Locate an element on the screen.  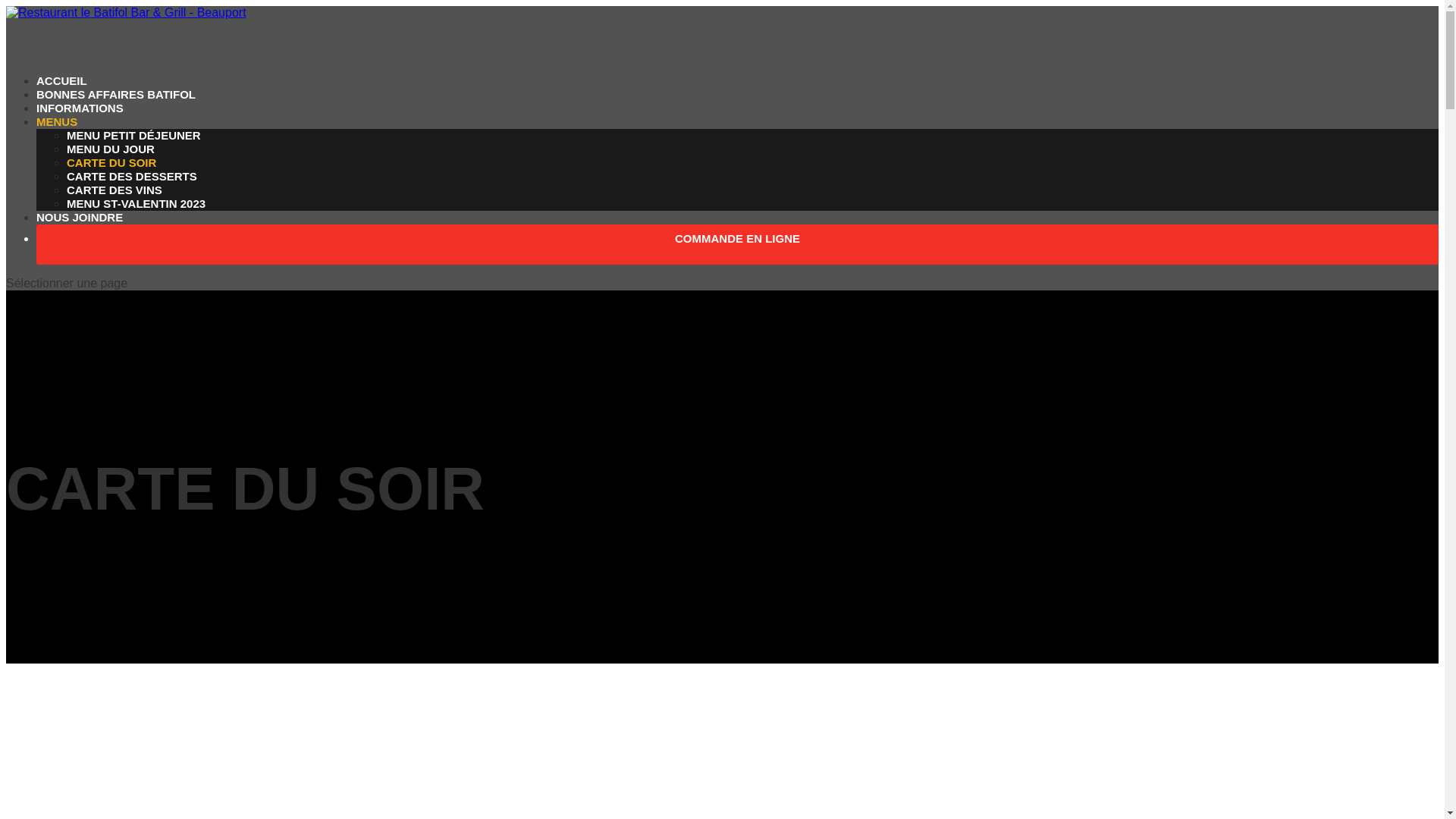
'NOUS JOINDRE' is located at coordinates (79, 238).